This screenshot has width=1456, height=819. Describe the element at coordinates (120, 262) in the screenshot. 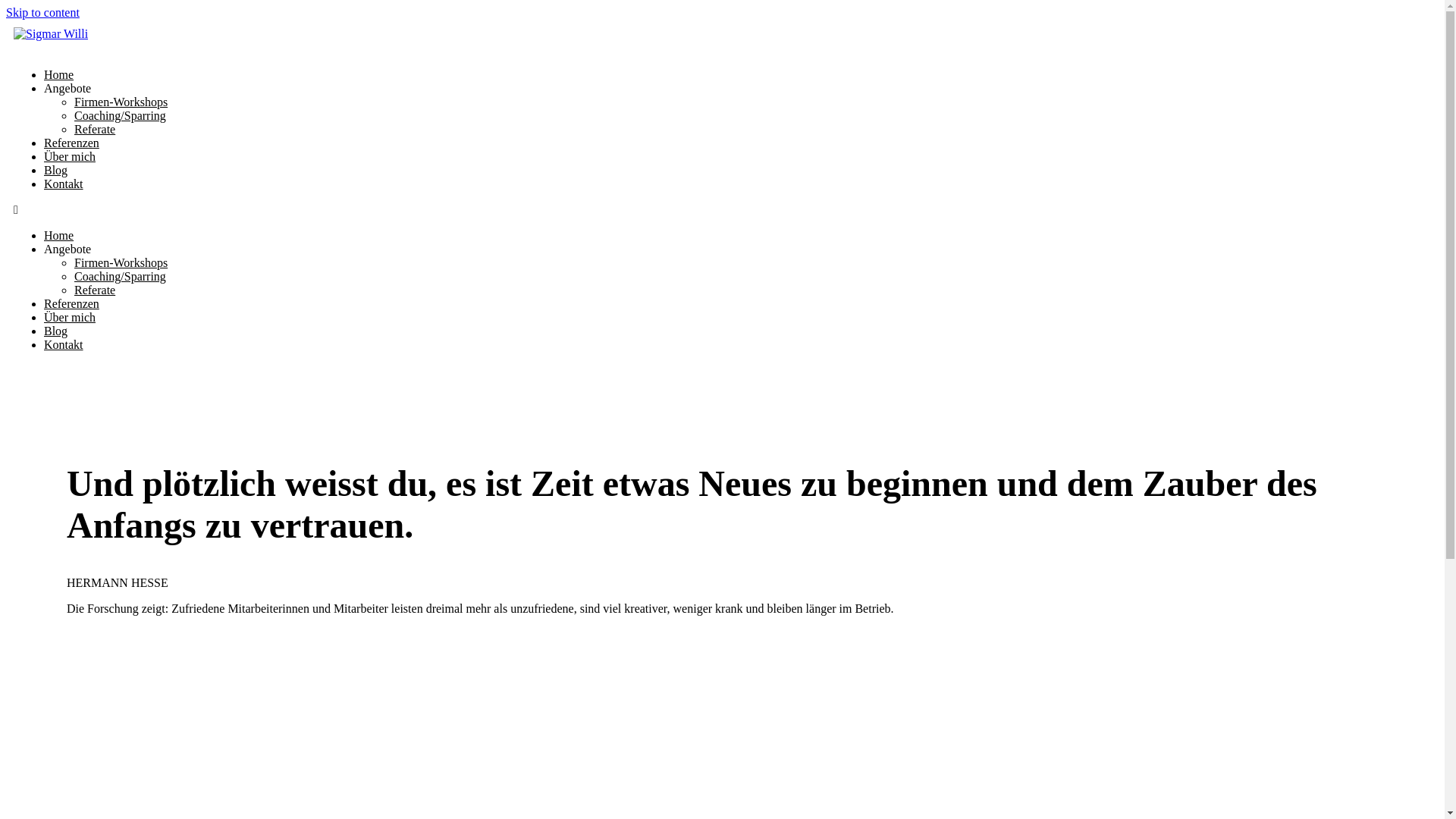

I see `'Firmen-Workshops'` at that location.